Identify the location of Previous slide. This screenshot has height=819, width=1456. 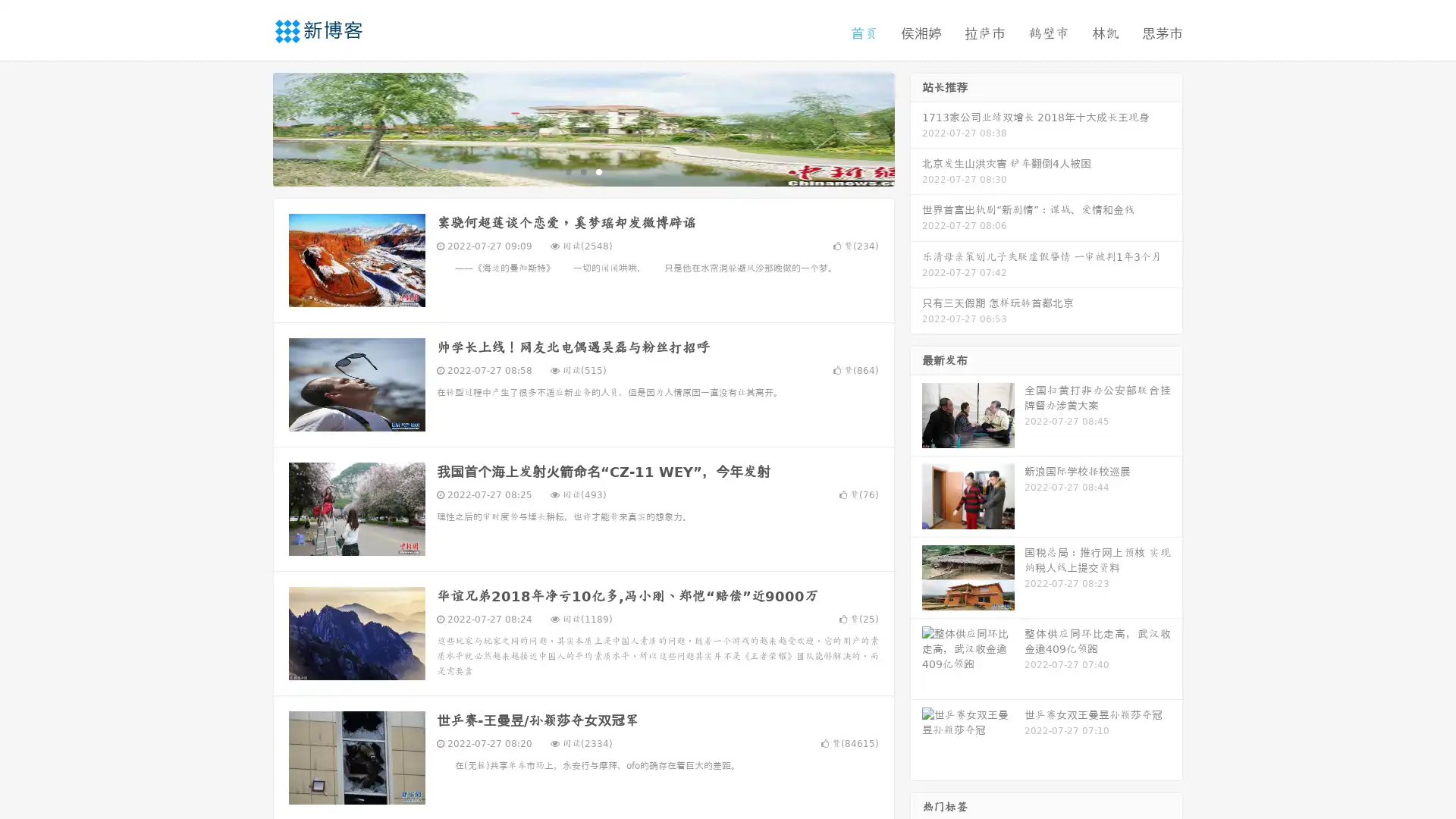
(250, 127).